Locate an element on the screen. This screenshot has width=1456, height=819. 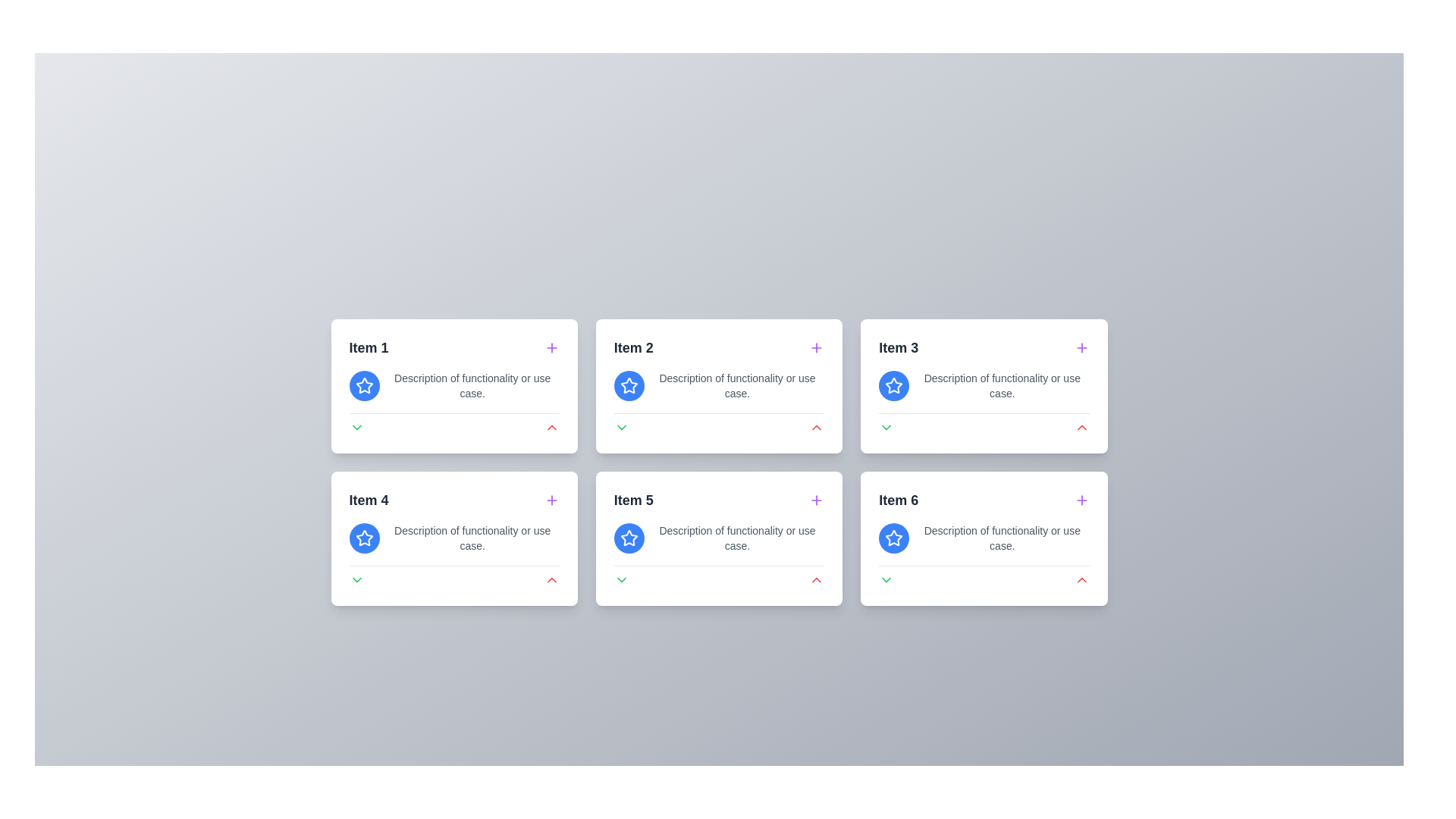
the white rounded rectangular card labeled 'Item 6' located in the bottom-right corner of the grid is located at coordinates (984, 538).